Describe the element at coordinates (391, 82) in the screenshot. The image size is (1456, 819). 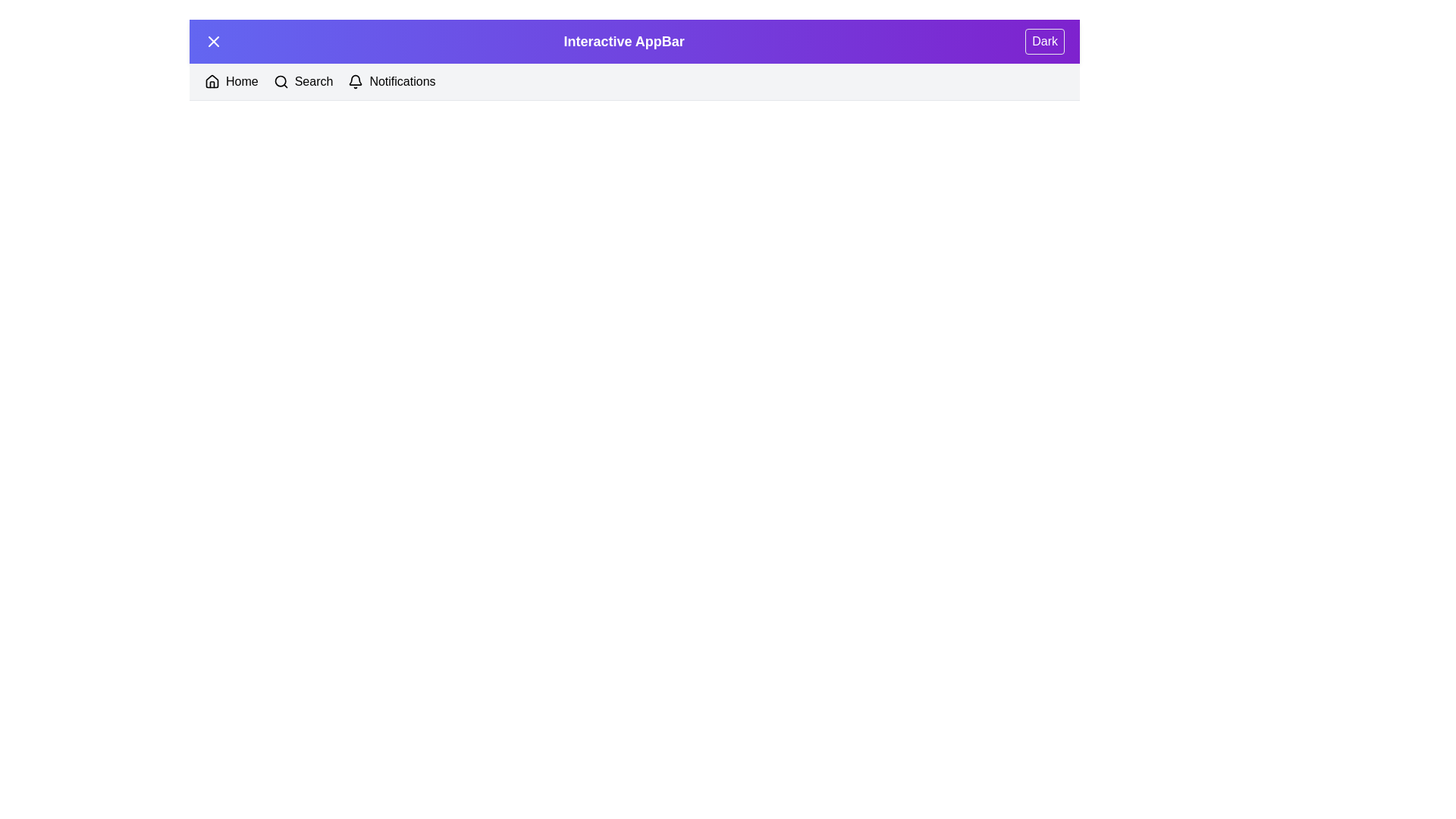
I see `the Notifications button in the navigation bar` at that location.